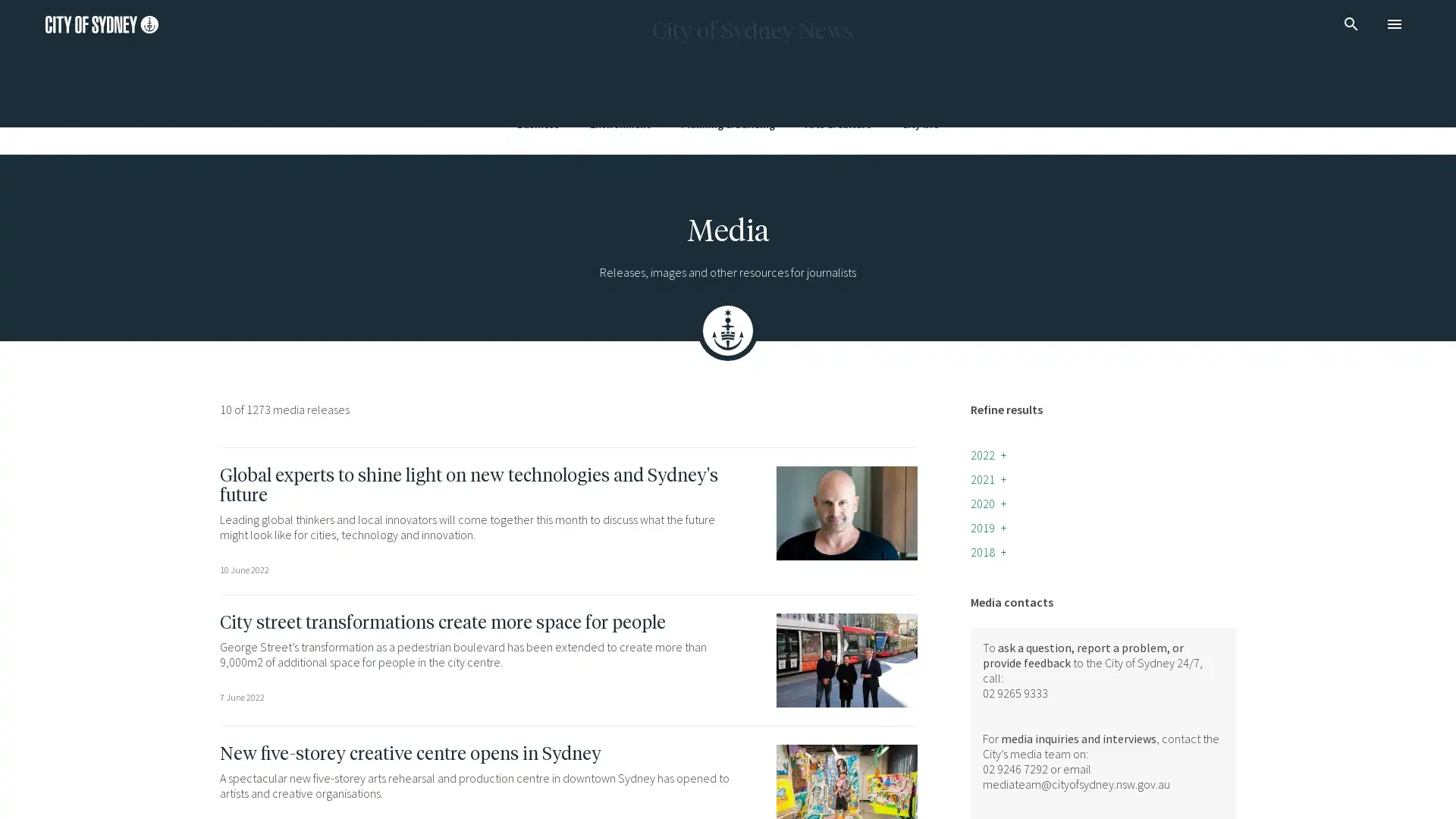 The width and height of the screenshot is (1456, 819). Describe the element at coordinates (988, 526) in the screenshot. I see `2019+` at that location.